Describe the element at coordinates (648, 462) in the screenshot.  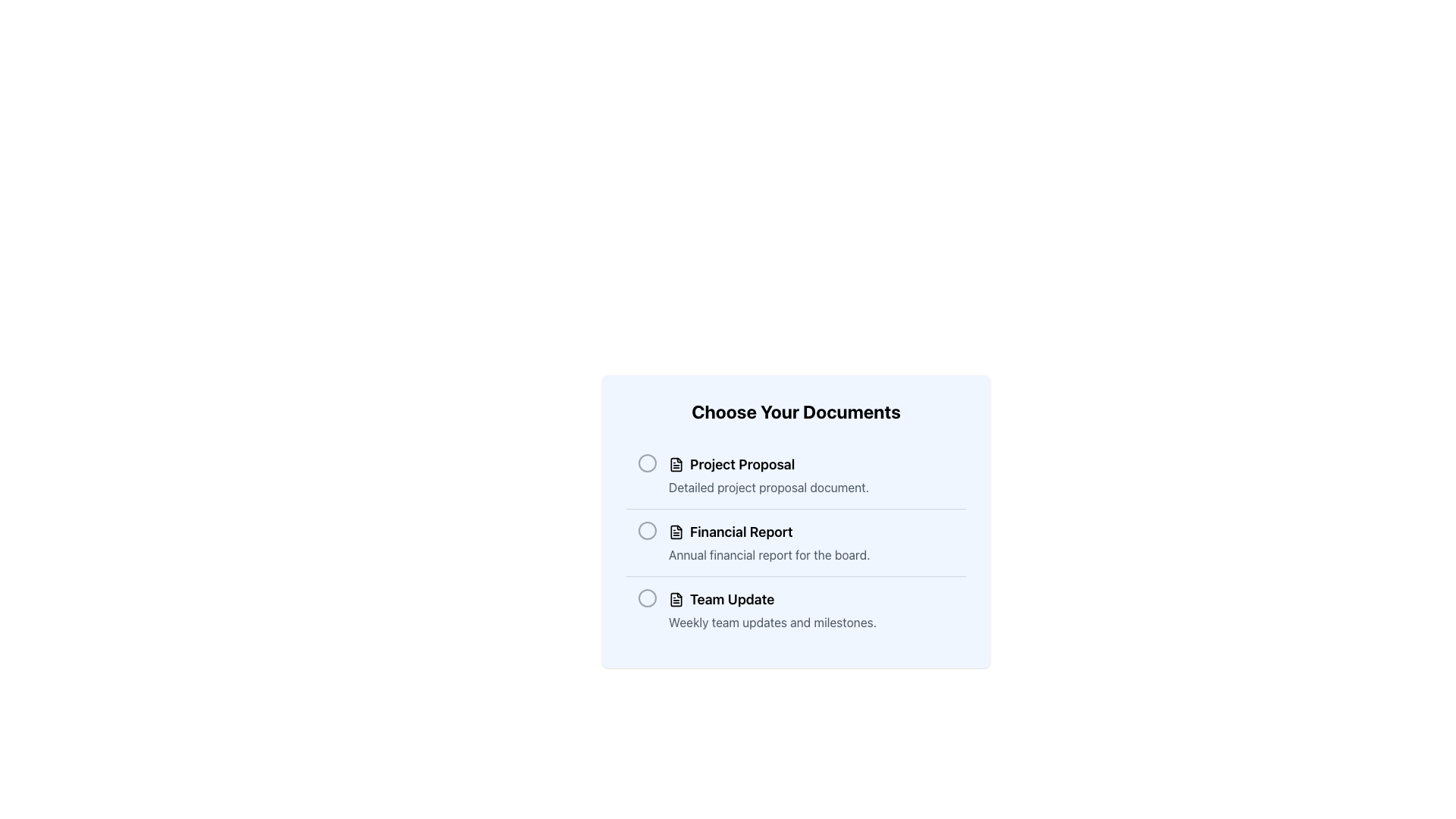
I see `the circular radio button located to the left of the text 'Project Proposal' in the 'Choose Your Documents' option group for additional information or feedback` at that location.